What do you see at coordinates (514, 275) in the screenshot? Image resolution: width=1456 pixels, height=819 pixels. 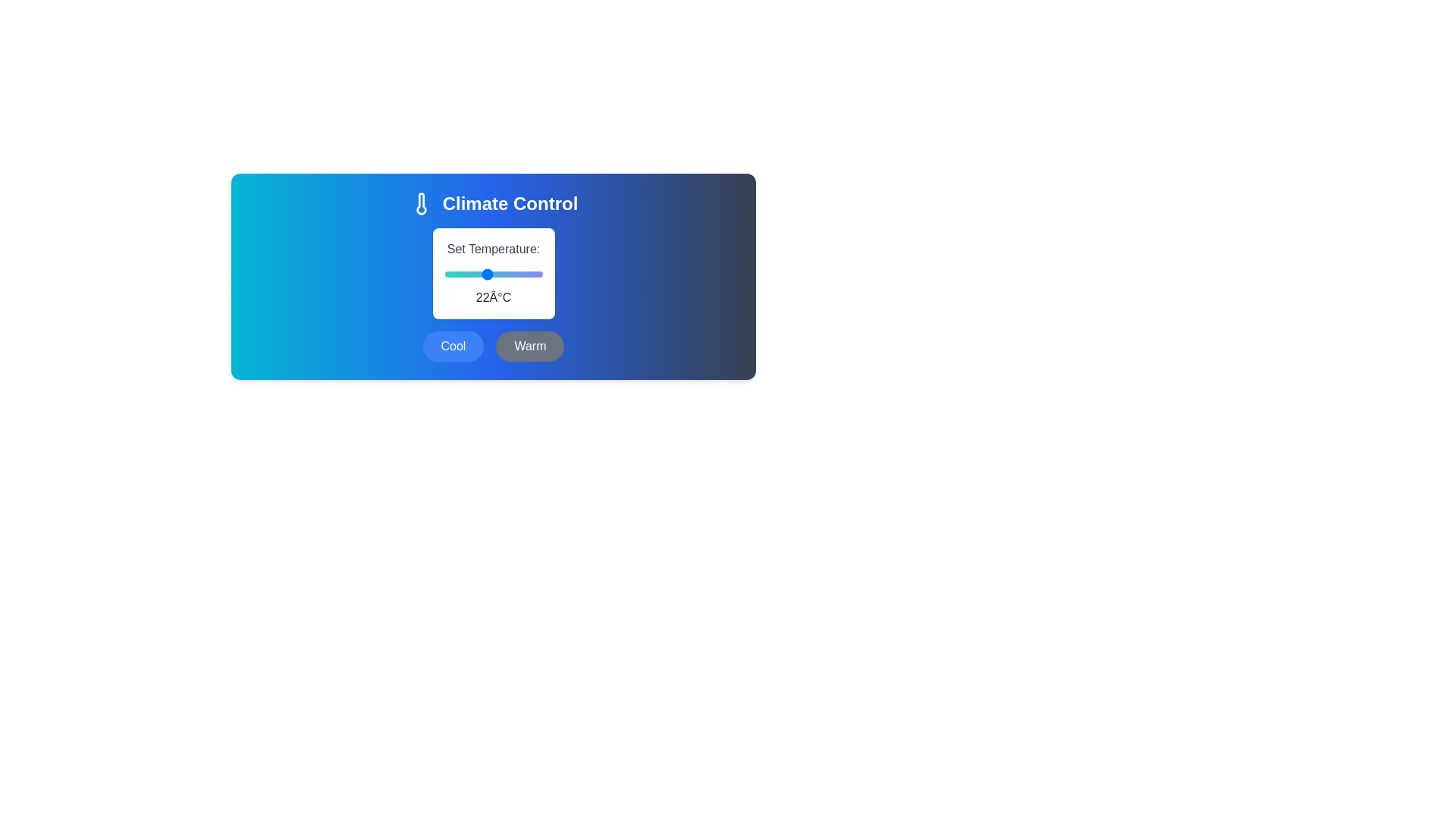 I see `the desired temperature` at bounding box center [514, 275].